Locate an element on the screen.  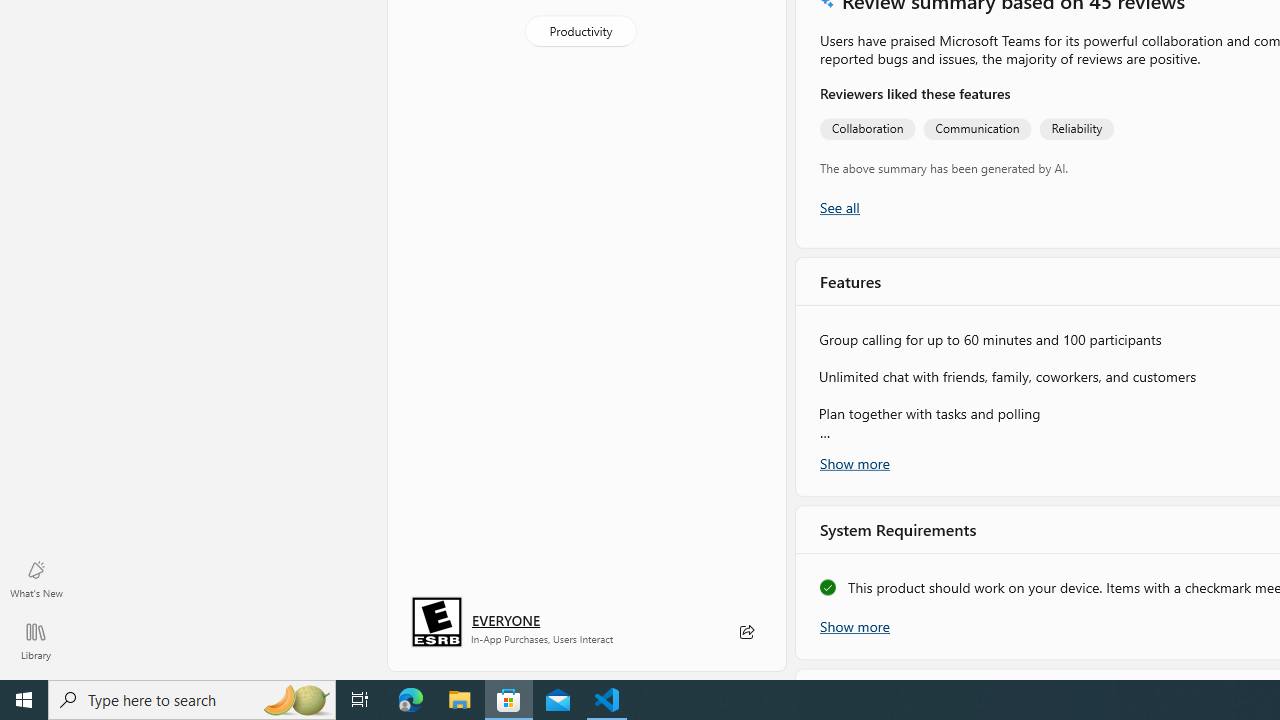
'Age rating: EVERYONE. Click for more information.' is located at coordinates (506, 618).